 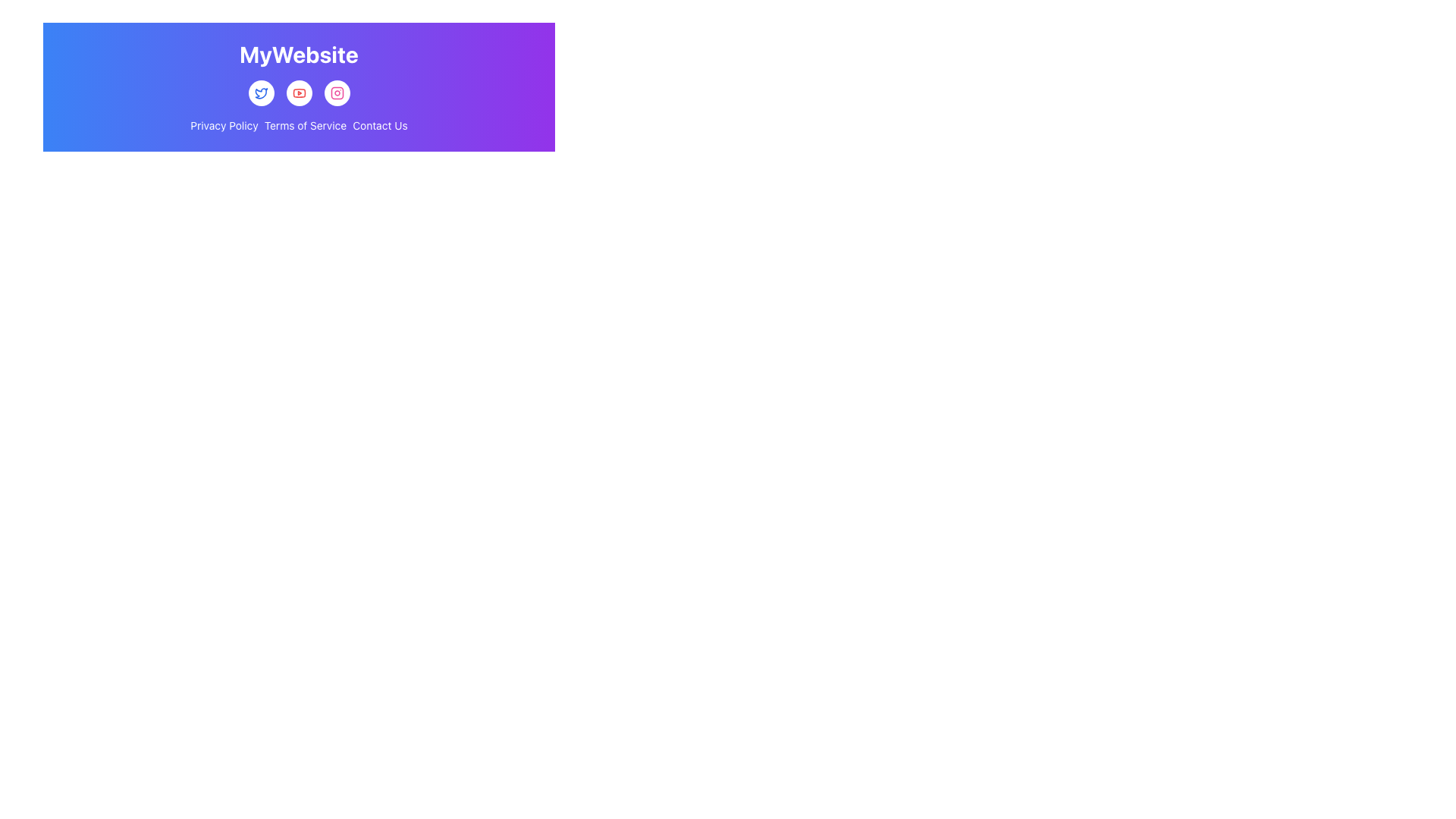 I want to click on the circular Instagram button with a white background and pink logo, so click(x=336, y=93).